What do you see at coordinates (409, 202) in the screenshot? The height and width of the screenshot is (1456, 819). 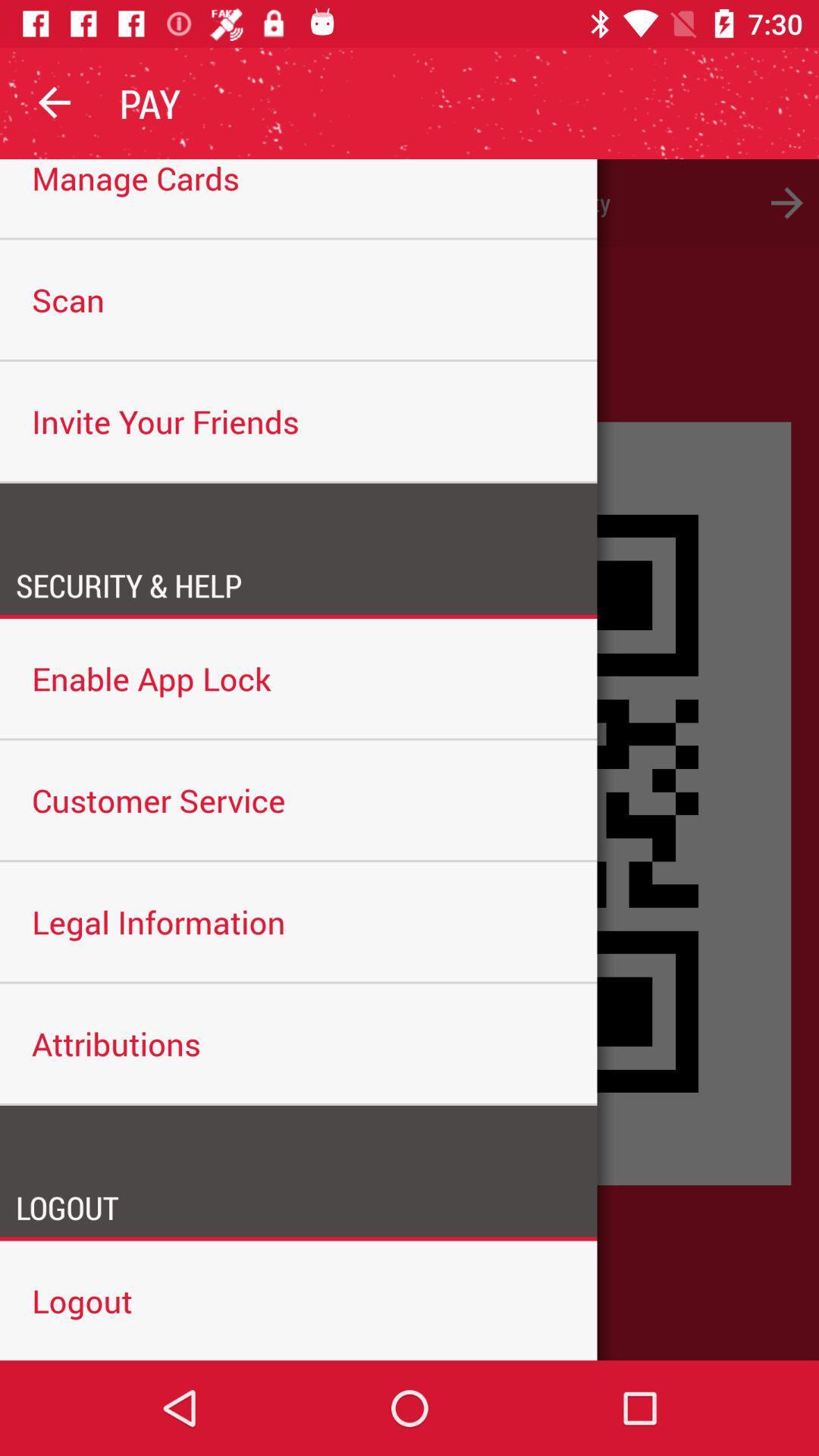 I see `the please add a icon` at bounding box center [409, 202].